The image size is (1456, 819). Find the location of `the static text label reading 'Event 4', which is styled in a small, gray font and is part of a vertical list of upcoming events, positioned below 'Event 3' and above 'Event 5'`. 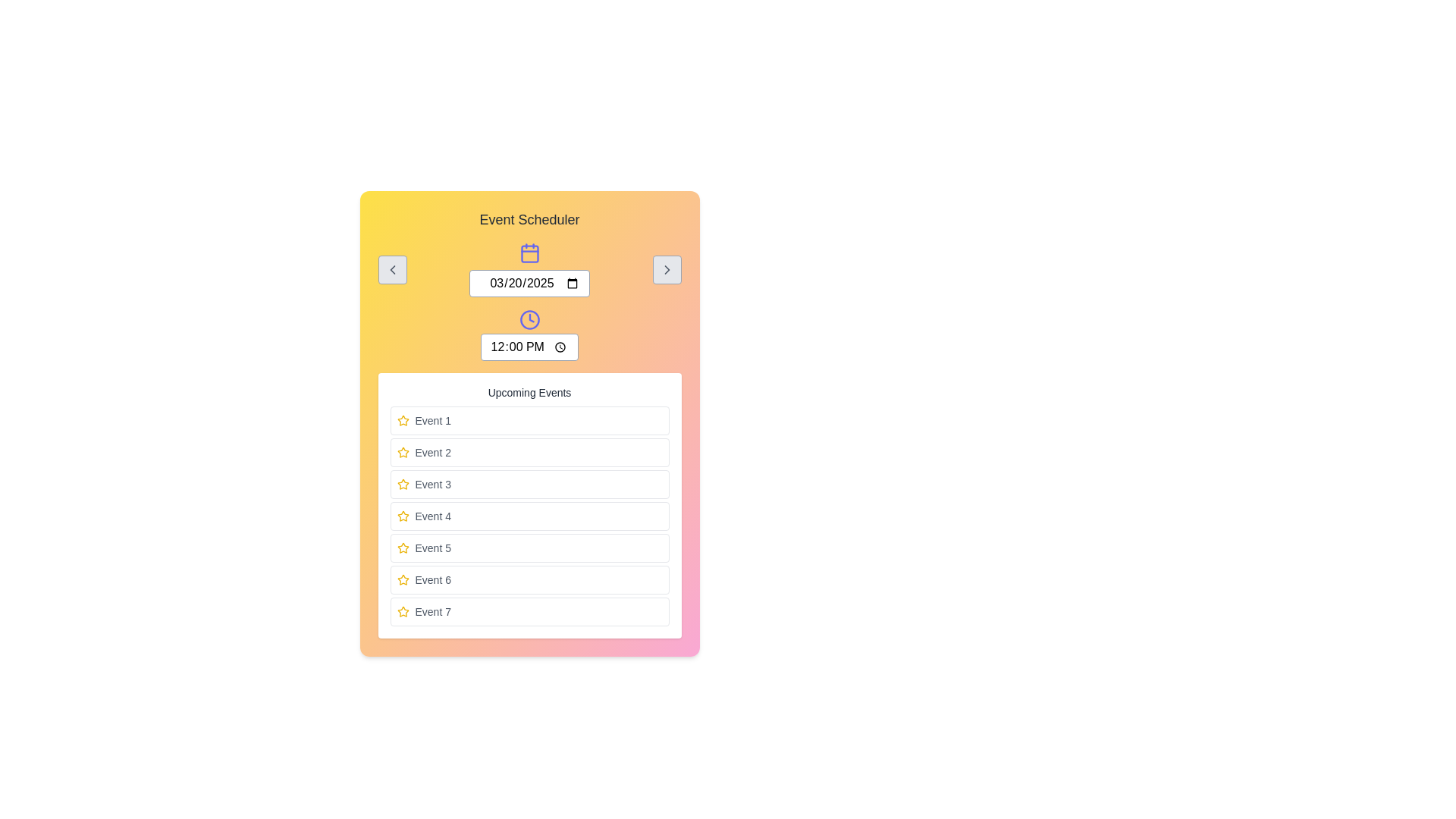

the static text label reading 'Event 4', which is styled in a small, gray font and is part of a vertical list of upcoming events, positioned below 'Event 3' and above 'Event 5' is located at coordinates (432, 516).